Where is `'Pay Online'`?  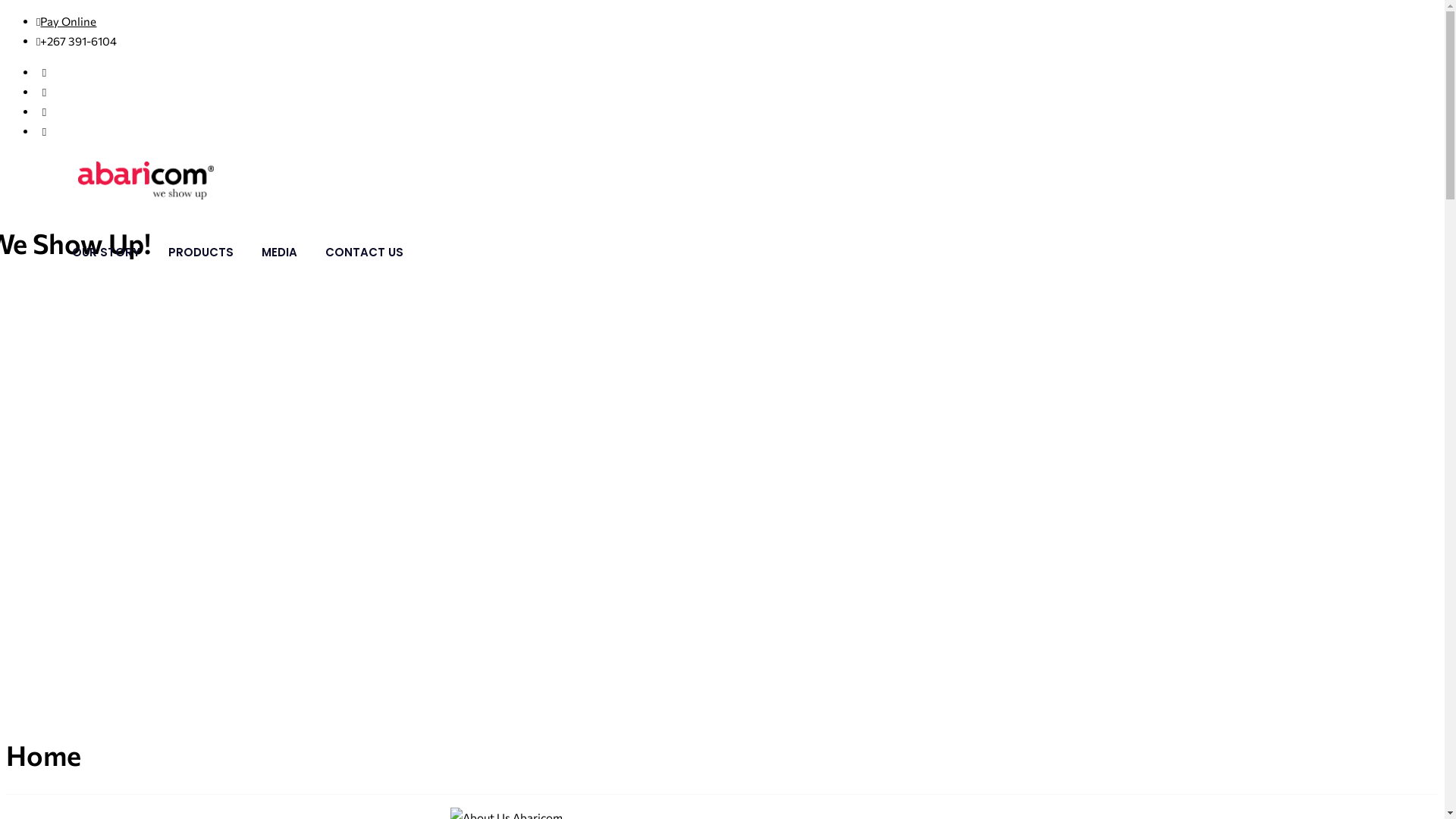 'Pay Online' is located at coordinates (39, 20).